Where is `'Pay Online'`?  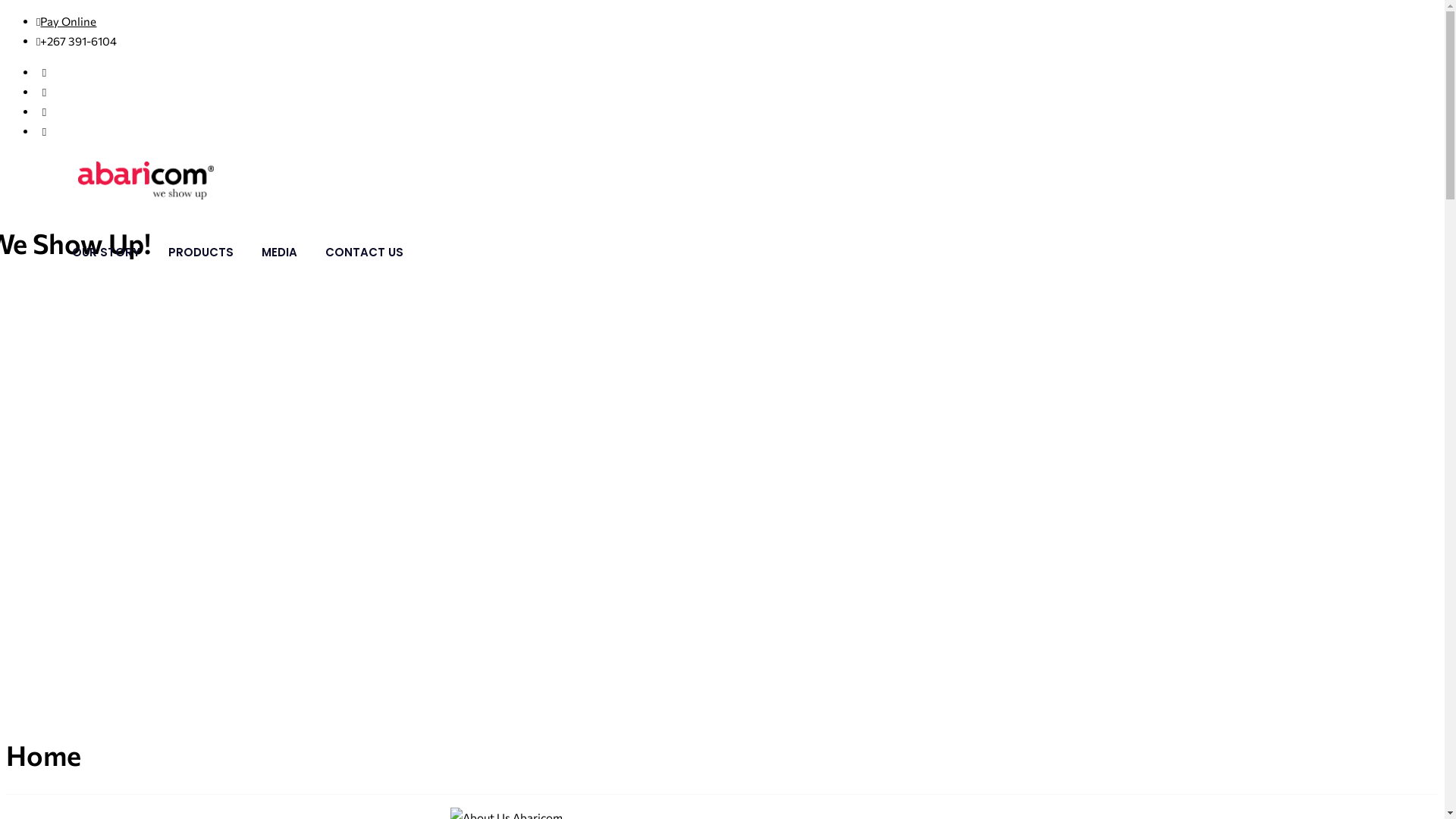 'Pay Online' is located at coordinates (39, 20).